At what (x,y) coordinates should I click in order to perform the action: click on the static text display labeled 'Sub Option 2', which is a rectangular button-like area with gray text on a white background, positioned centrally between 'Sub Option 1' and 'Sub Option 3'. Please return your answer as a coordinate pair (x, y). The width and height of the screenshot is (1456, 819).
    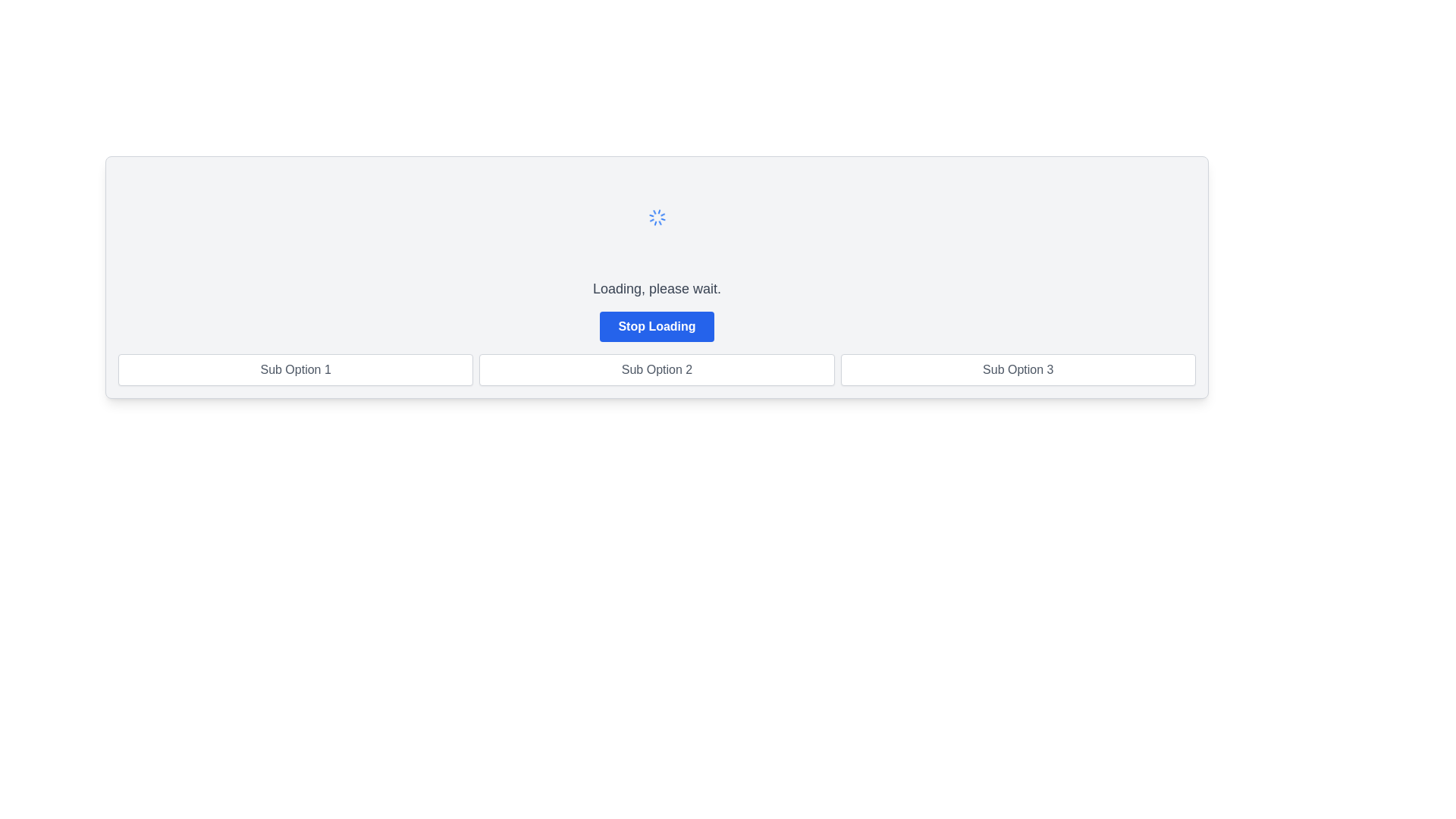
    Looking at the image, I should click on (657, 370).